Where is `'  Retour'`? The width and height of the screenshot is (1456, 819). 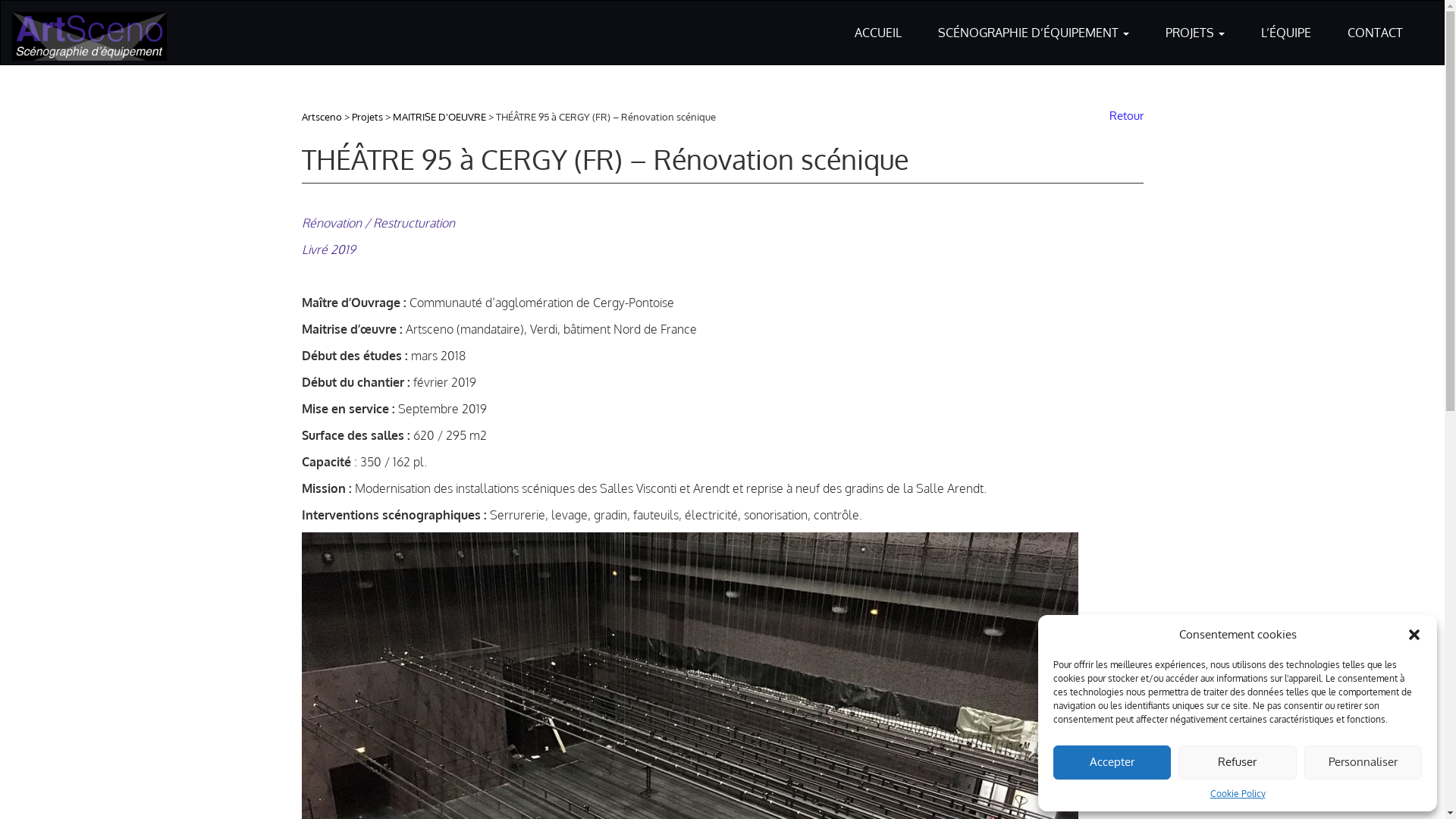
'  Retour' is located at coordinates (1122, 115).